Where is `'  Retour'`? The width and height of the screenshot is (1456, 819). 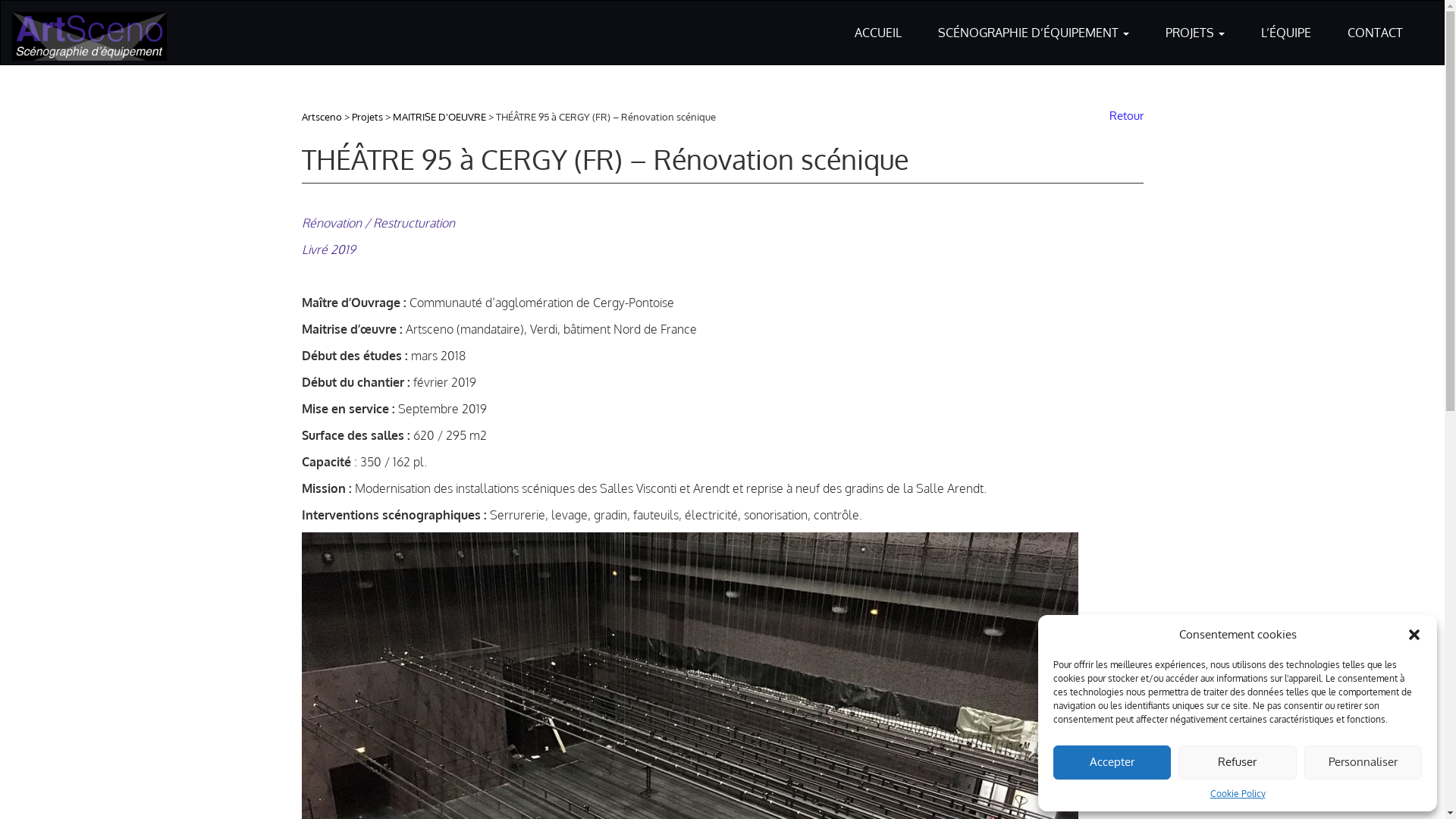
'  Retour' is located at coordinates (1122, 115).